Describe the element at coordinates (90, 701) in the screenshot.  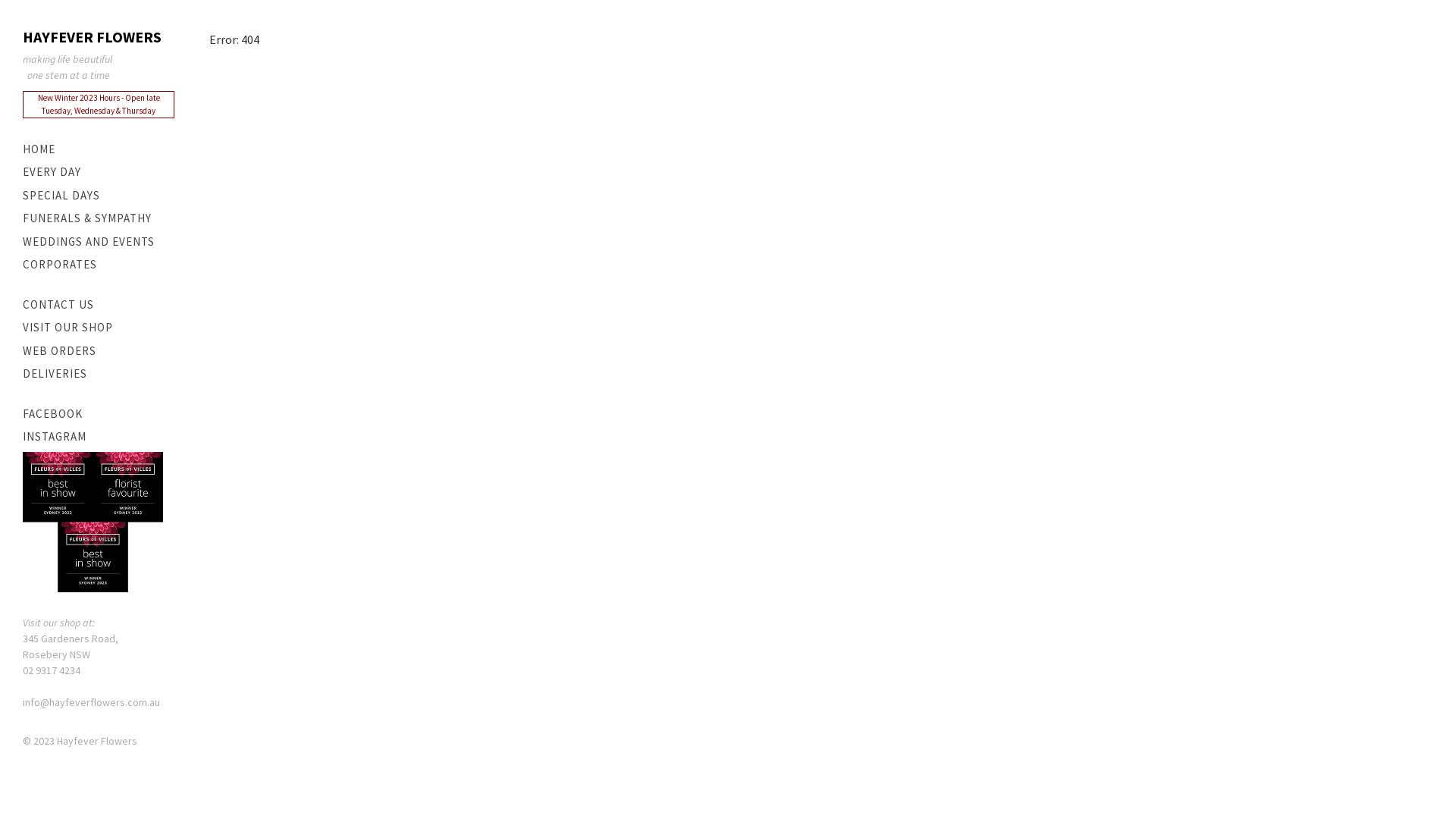
I see `'info@hayfeverflowers.com.au'` at that location.